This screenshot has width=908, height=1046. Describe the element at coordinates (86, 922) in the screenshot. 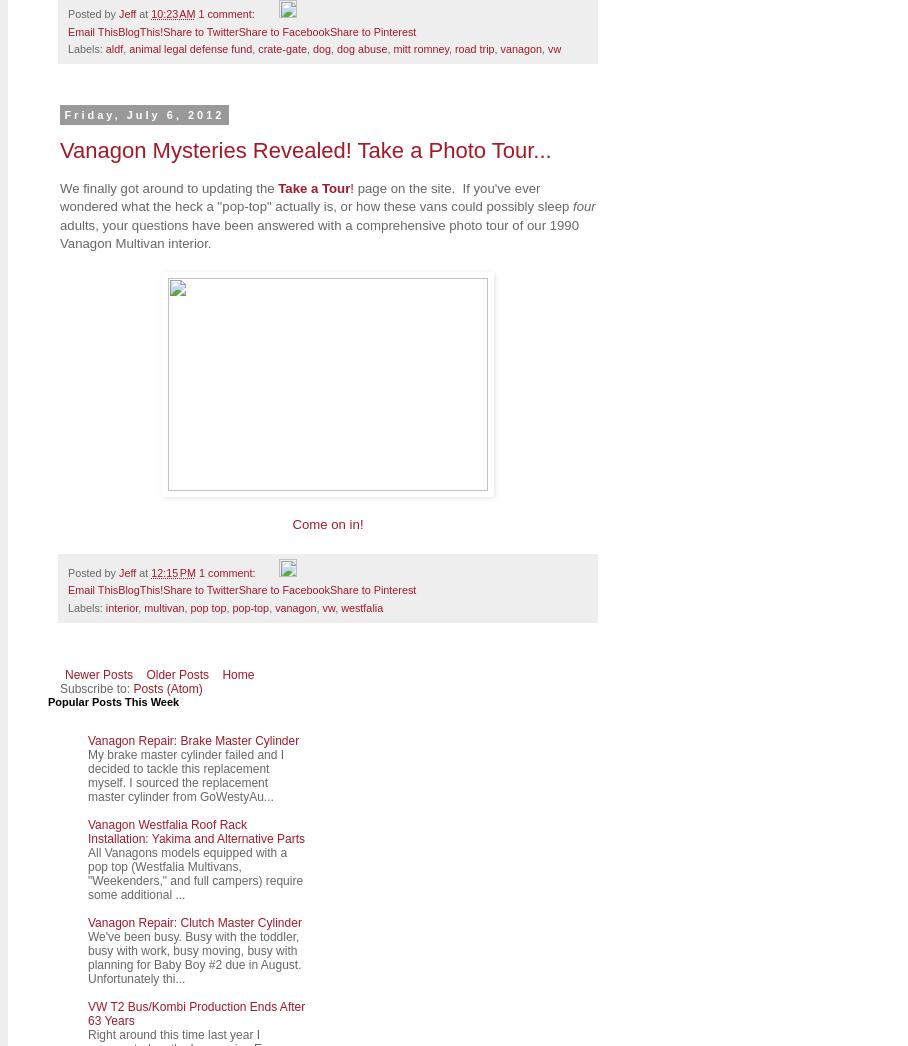

I see `'Vanagon Repair: Clutch Master Cylinder'` at that location.